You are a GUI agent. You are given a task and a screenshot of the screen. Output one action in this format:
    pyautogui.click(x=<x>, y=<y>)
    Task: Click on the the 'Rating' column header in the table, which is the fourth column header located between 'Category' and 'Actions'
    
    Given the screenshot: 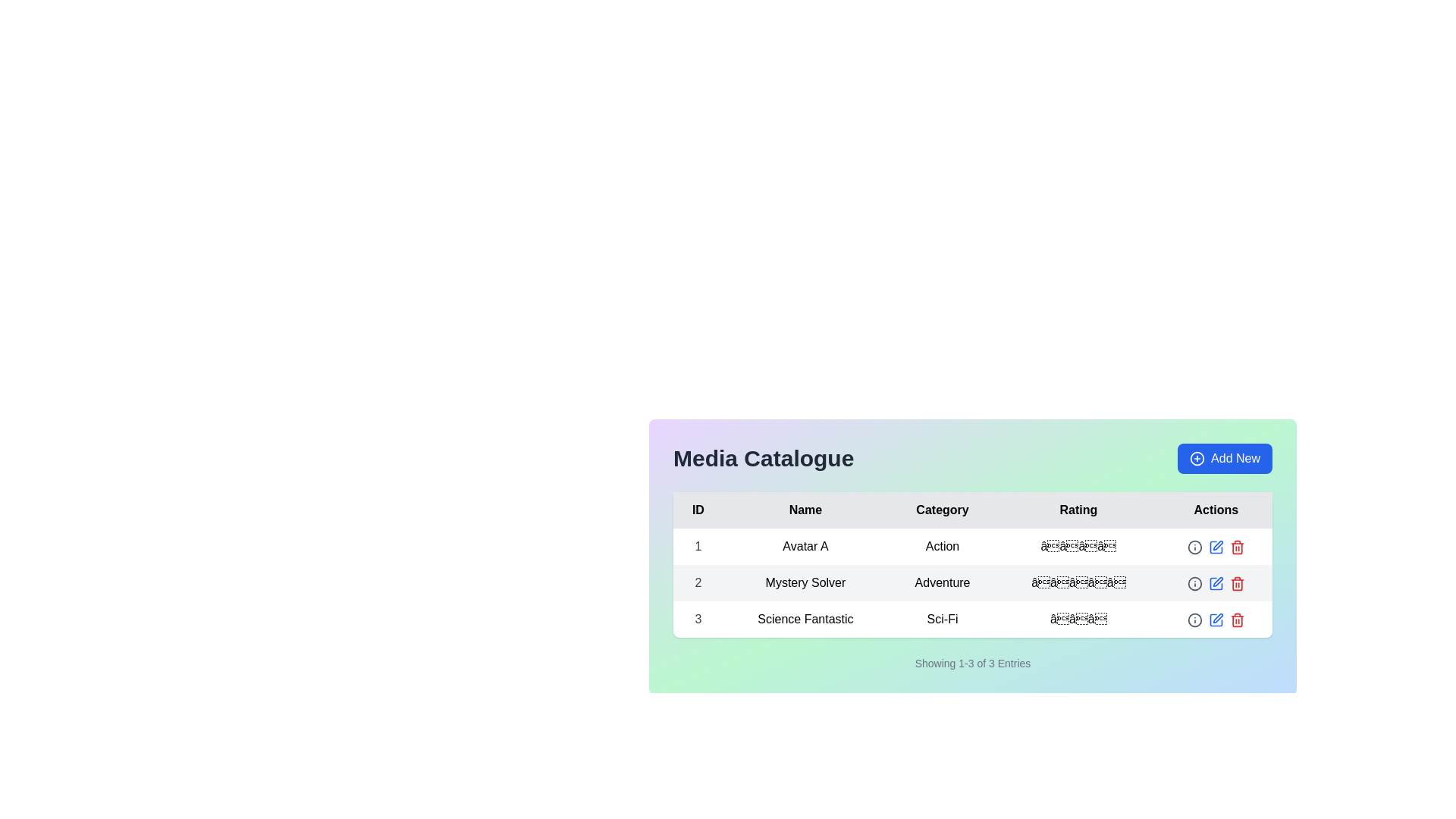 What is the action you would take?
    pyautogui.click(x=1078, y=510)
    